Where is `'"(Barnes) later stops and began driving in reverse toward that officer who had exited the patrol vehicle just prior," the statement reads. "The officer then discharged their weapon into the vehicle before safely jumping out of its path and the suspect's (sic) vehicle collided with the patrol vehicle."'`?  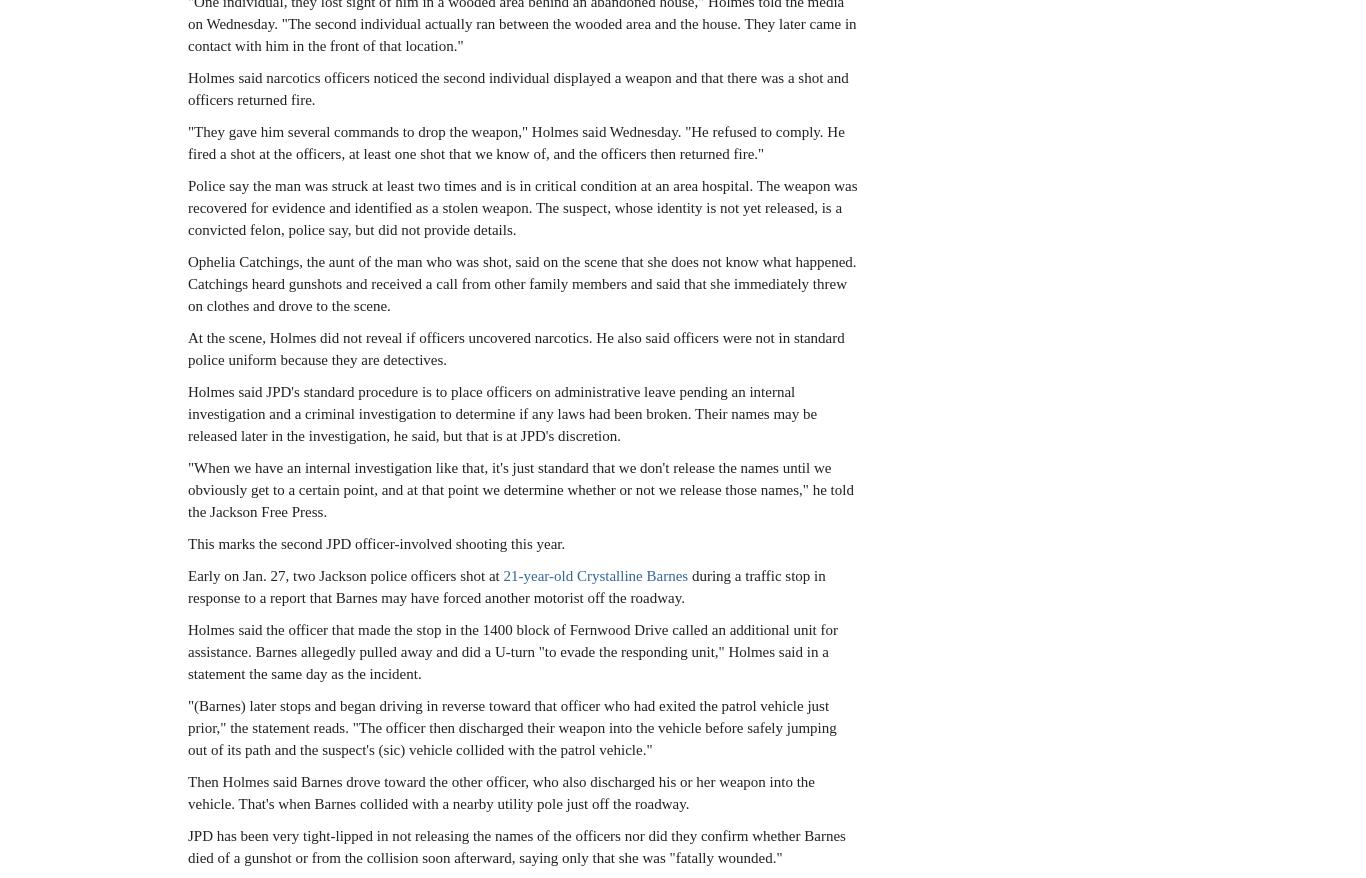
'"(Barnes) later stops and began driving in reverse toward that officer who had exited the patrol vehicle just prior," the statement reads. "The officer then discharged their weapon into the vehicle before safely jumping out of its path and the suspect's (sic) vehicle collided with the patrol vehicle."' is located at coordinates (511, 725).